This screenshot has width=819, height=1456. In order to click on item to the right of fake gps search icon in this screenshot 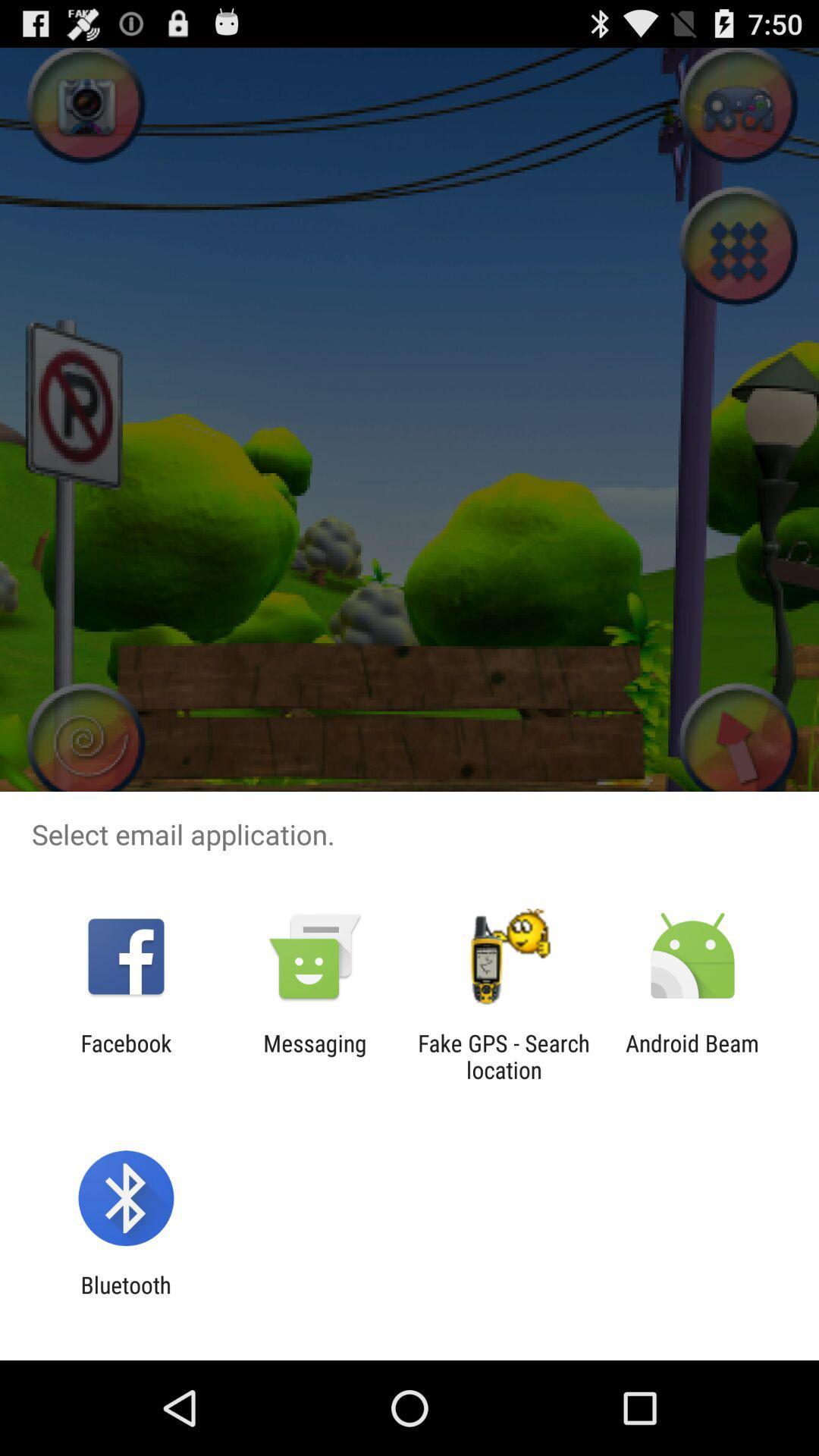, I will do `click(692, 1056)`.